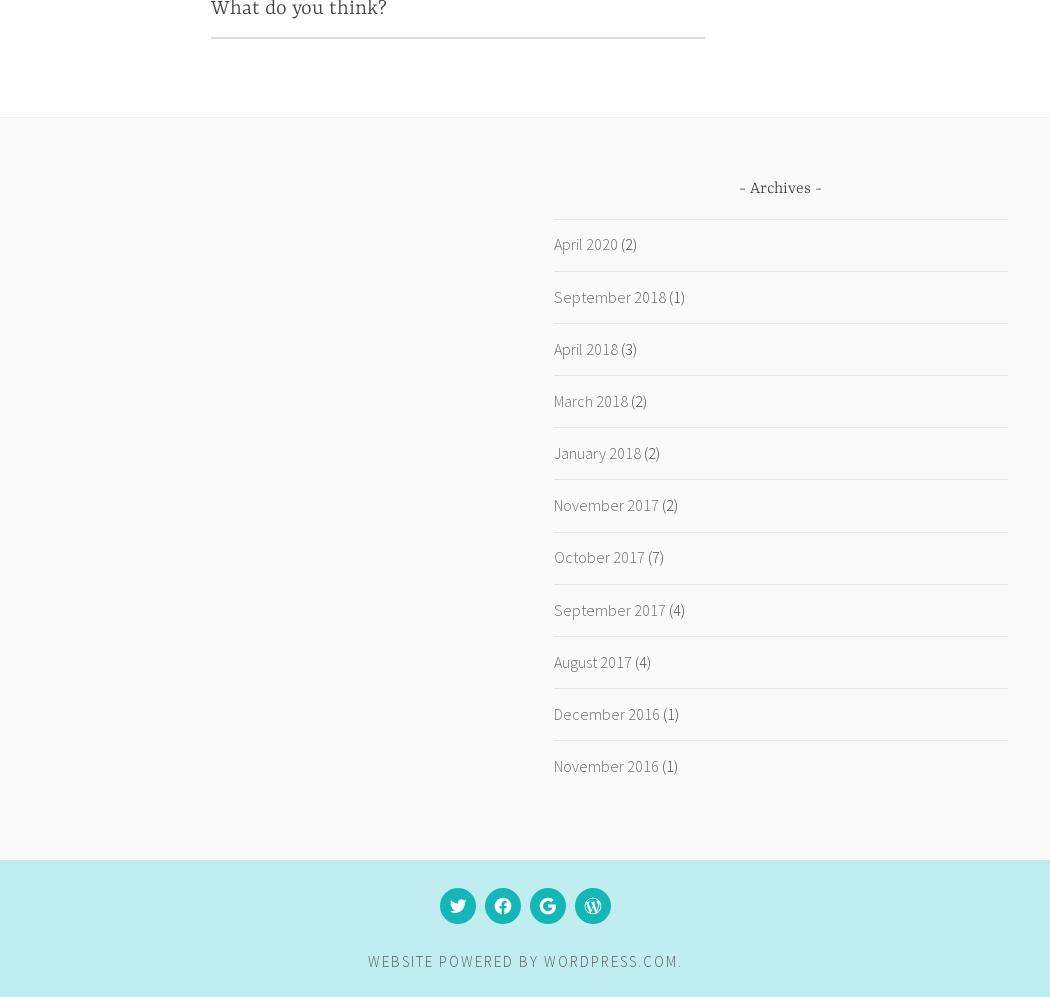  I want to click on 'November 2017', so click(605, 503).